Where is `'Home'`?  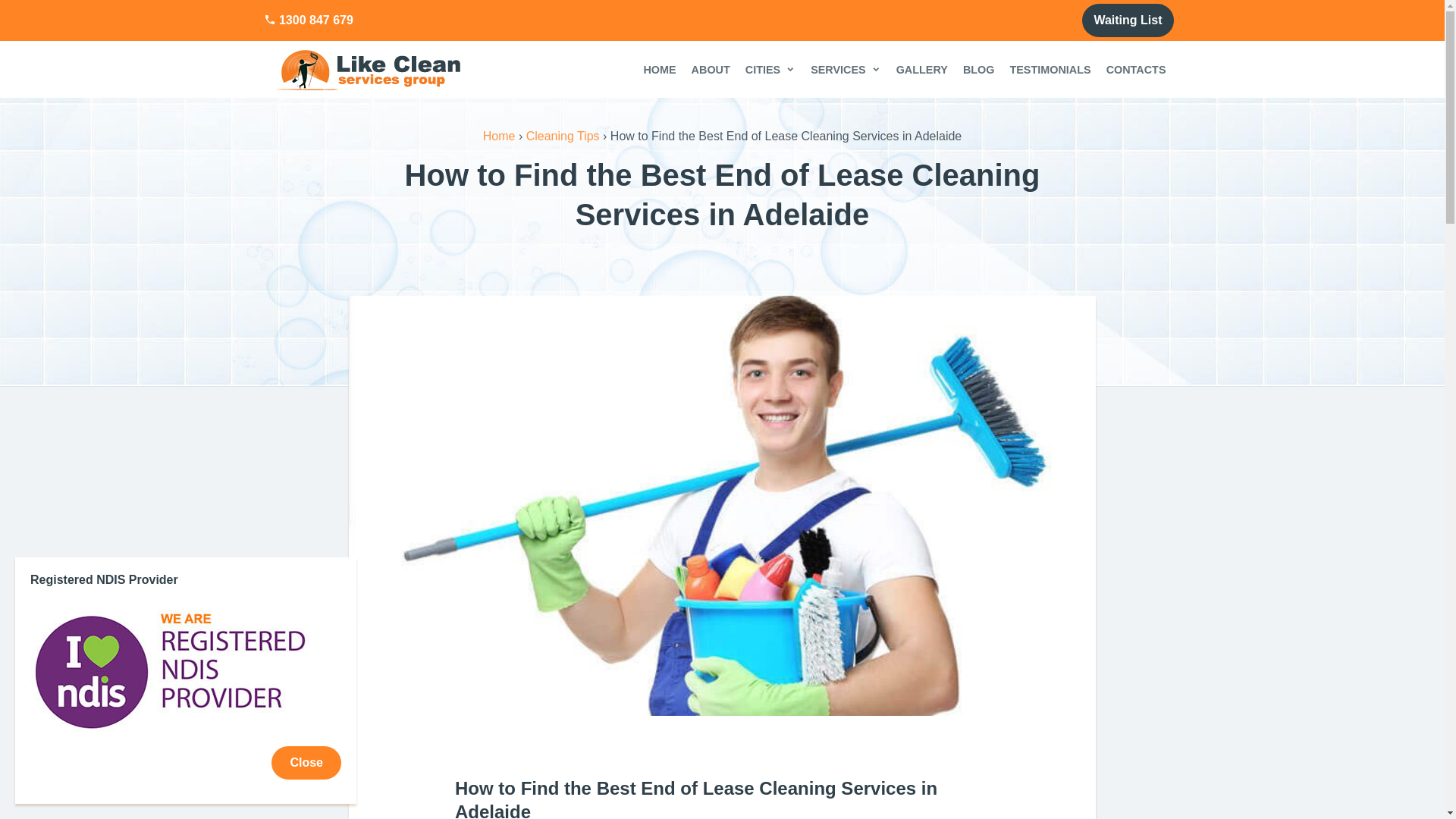
'Home' is located at coordinates (499, 135).